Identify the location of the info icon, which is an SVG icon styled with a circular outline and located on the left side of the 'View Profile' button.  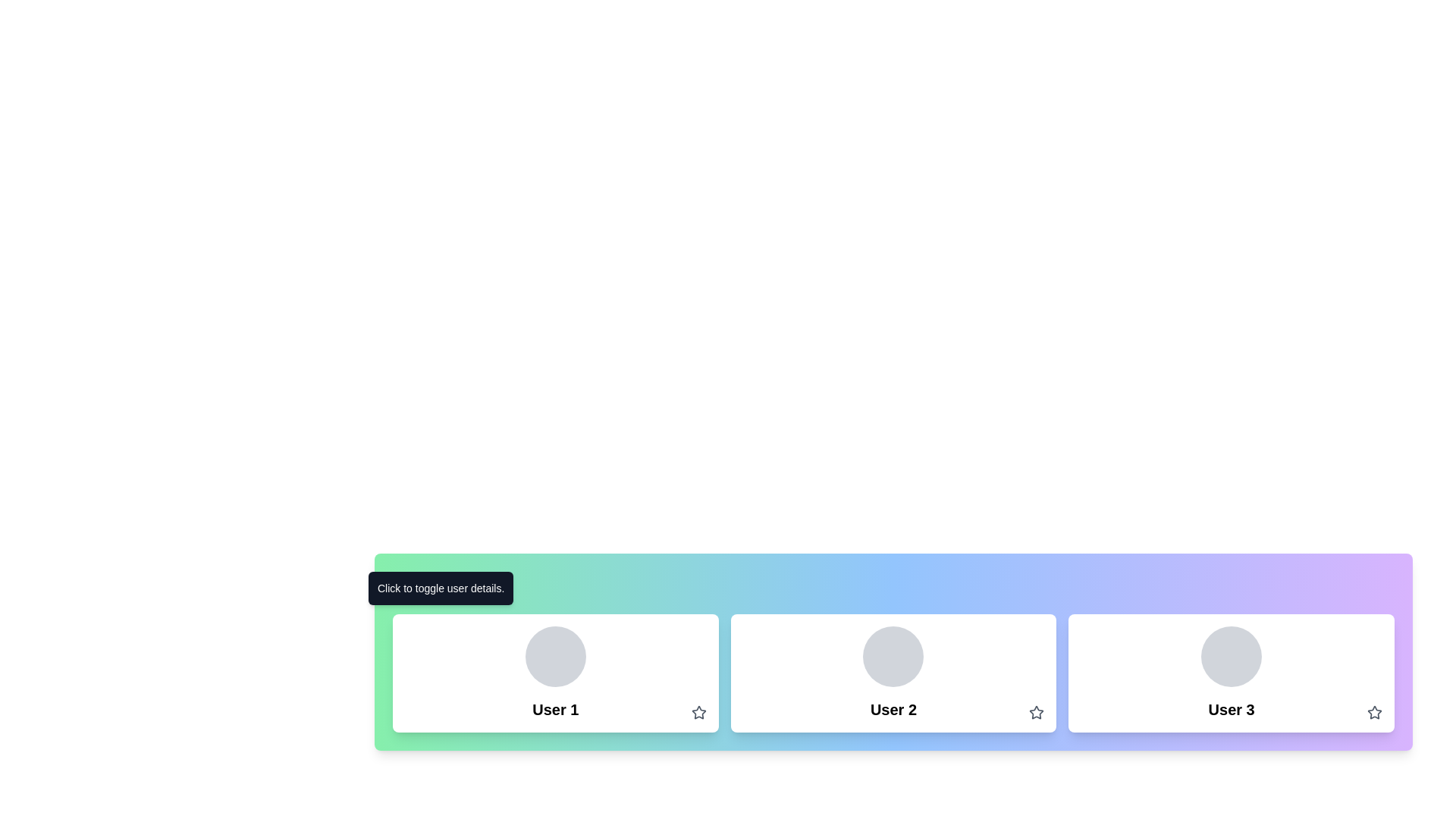
(412, 586).